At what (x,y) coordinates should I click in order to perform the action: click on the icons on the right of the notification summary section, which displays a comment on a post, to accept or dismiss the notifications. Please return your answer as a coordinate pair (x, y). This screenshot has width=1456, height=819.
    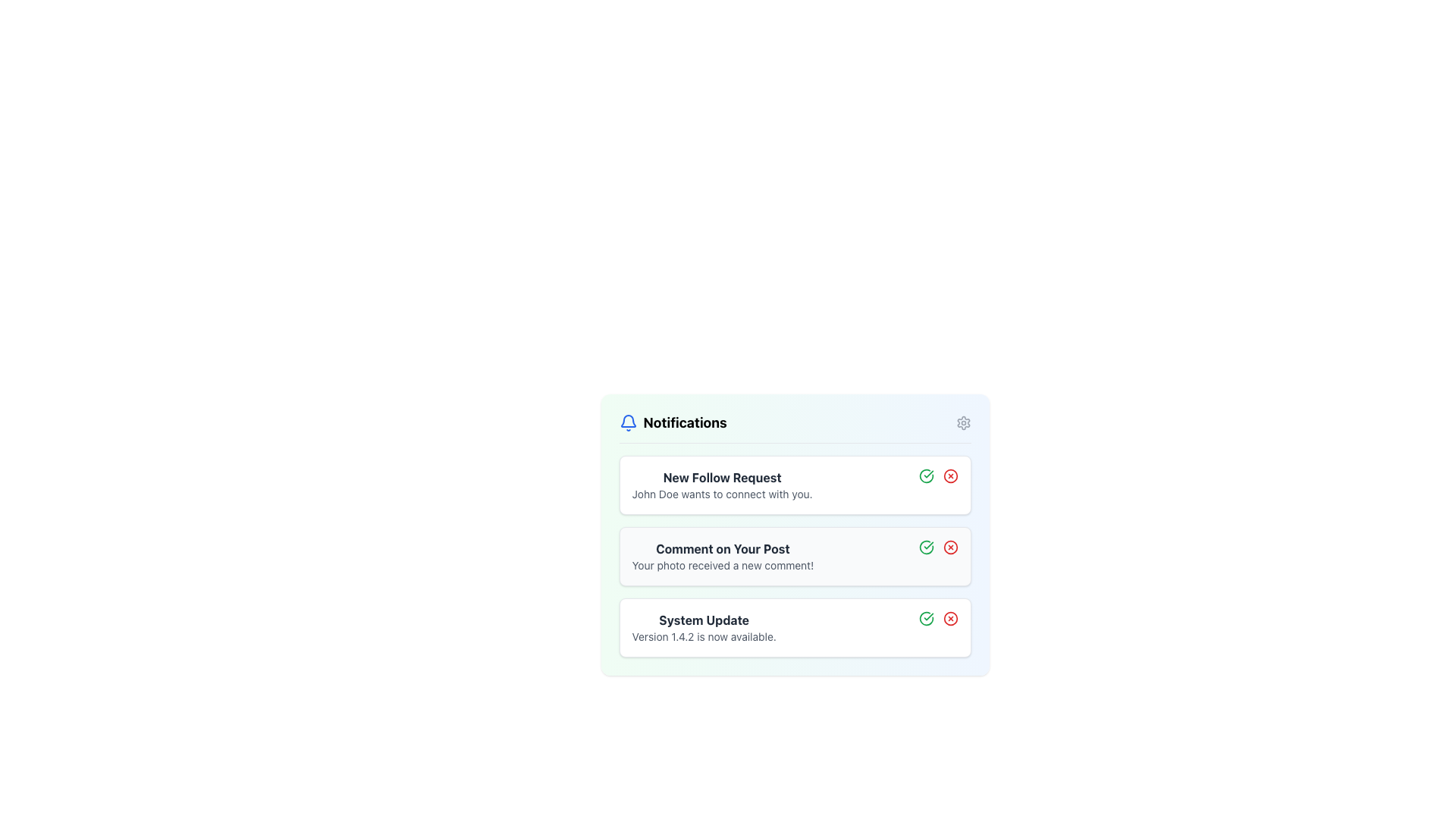
    Looking at the image, I should click on (794, 556).